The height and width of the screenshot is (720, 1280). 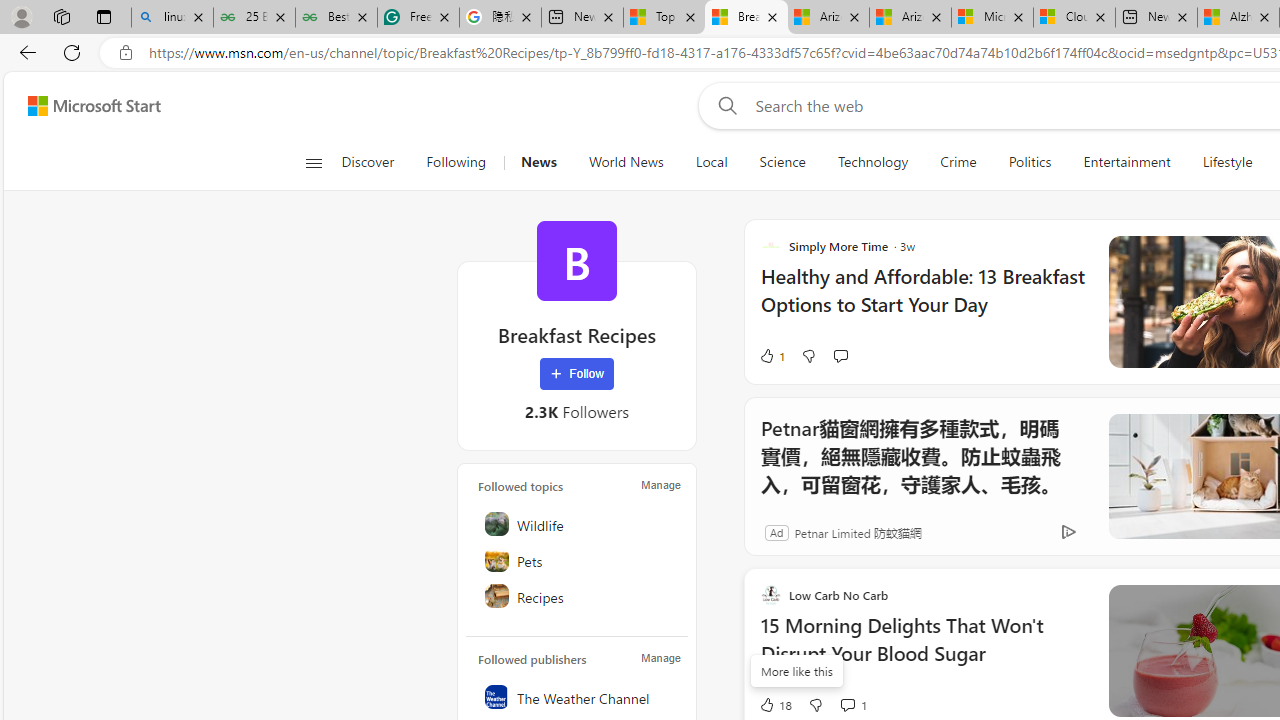 I want to click on 'Web search', so click(x=723, y=105).